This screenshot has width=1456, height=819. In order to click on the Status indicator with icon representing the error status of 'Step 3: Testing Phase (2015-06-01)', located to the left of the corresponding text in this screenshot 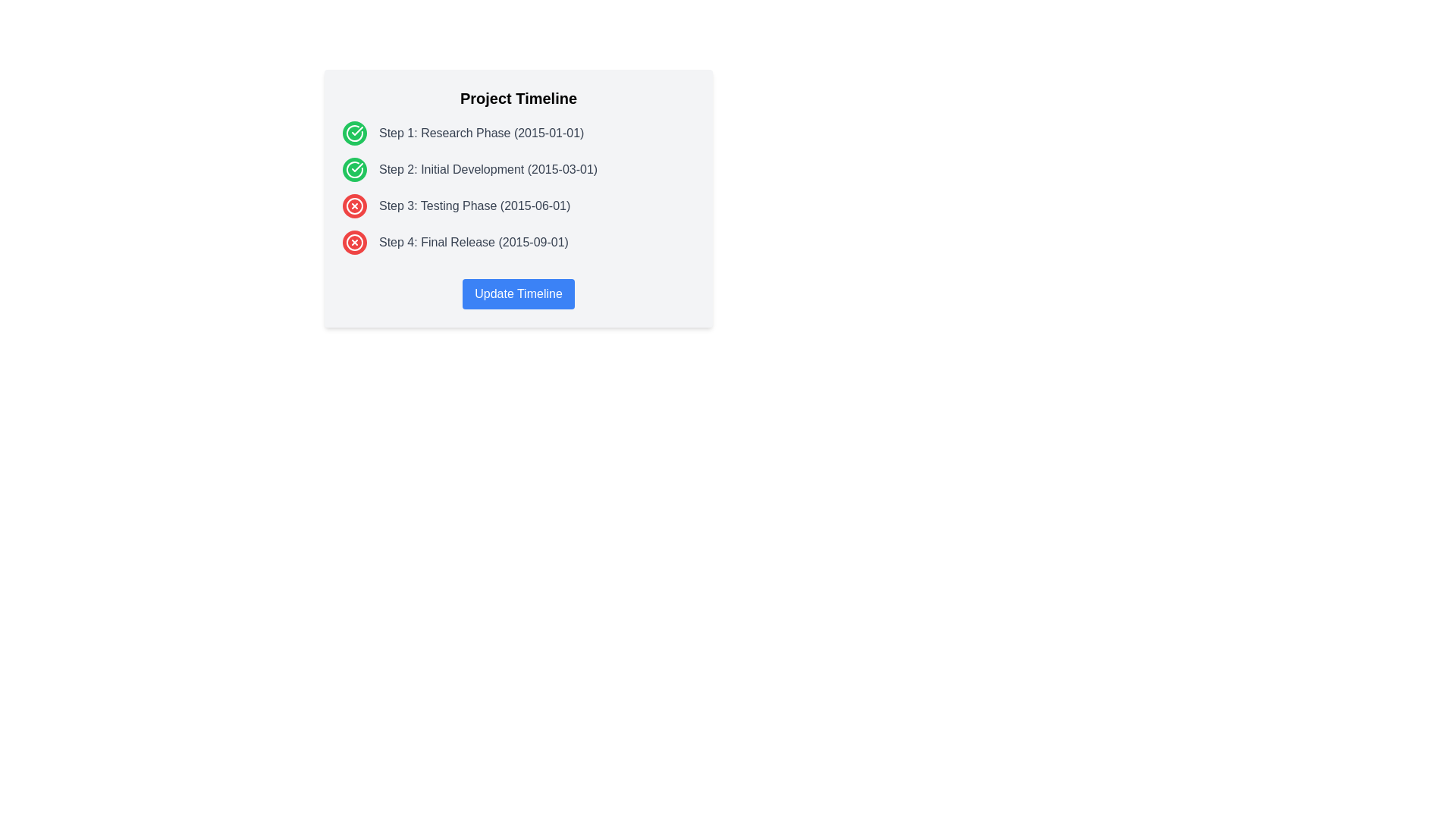, I will do `click(353, 206)`.